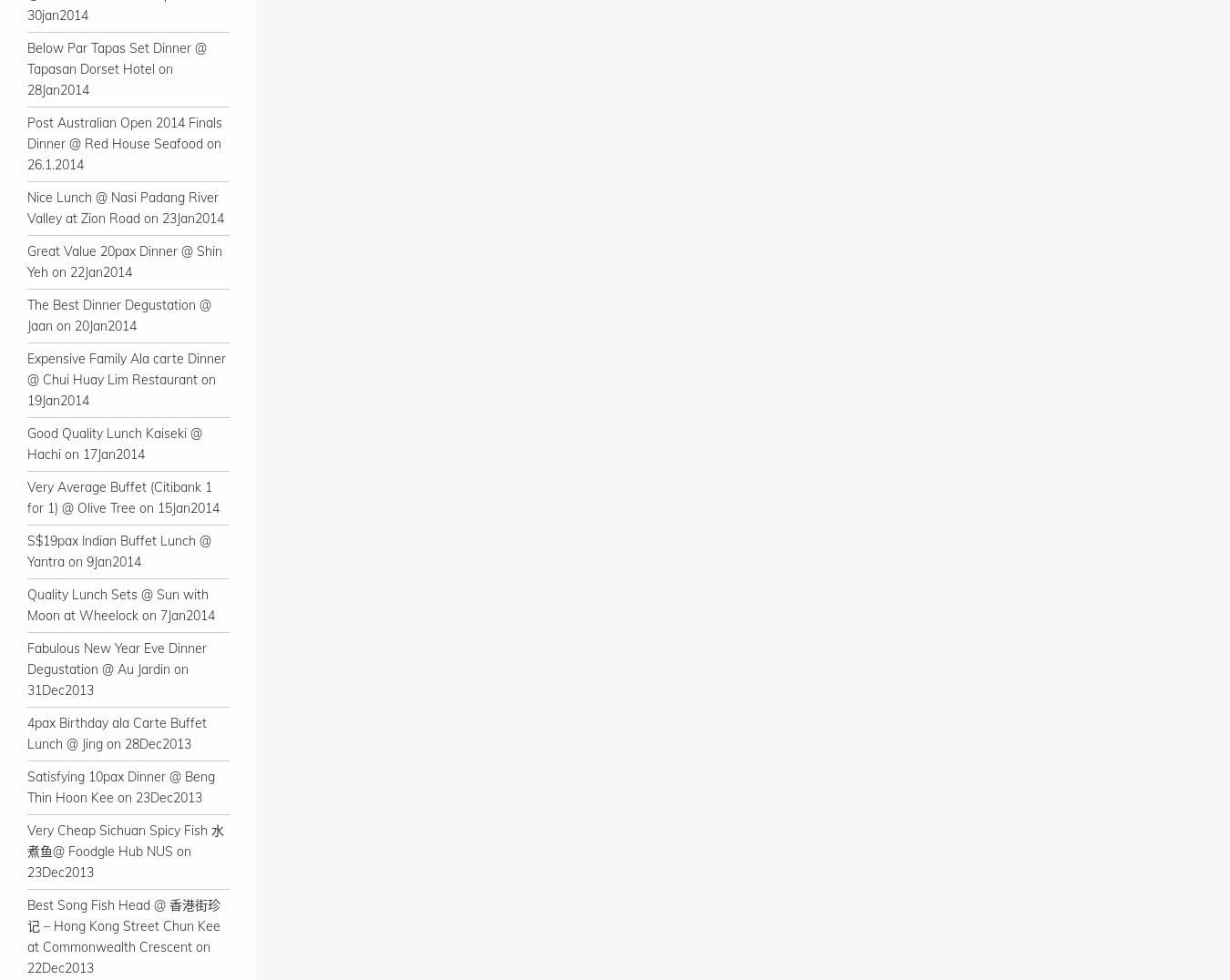 Image resolution: width=1230 pixels, height=980 pixels. What do you see at coordinates (123, 935) in the screenshot?
I see `'Best Song Fish Head @ 香港街珍记 – Hong Kong Street Chun Kee at Commonwealth Crescent on 22Dec2013'` at bounding box center [123, 935].